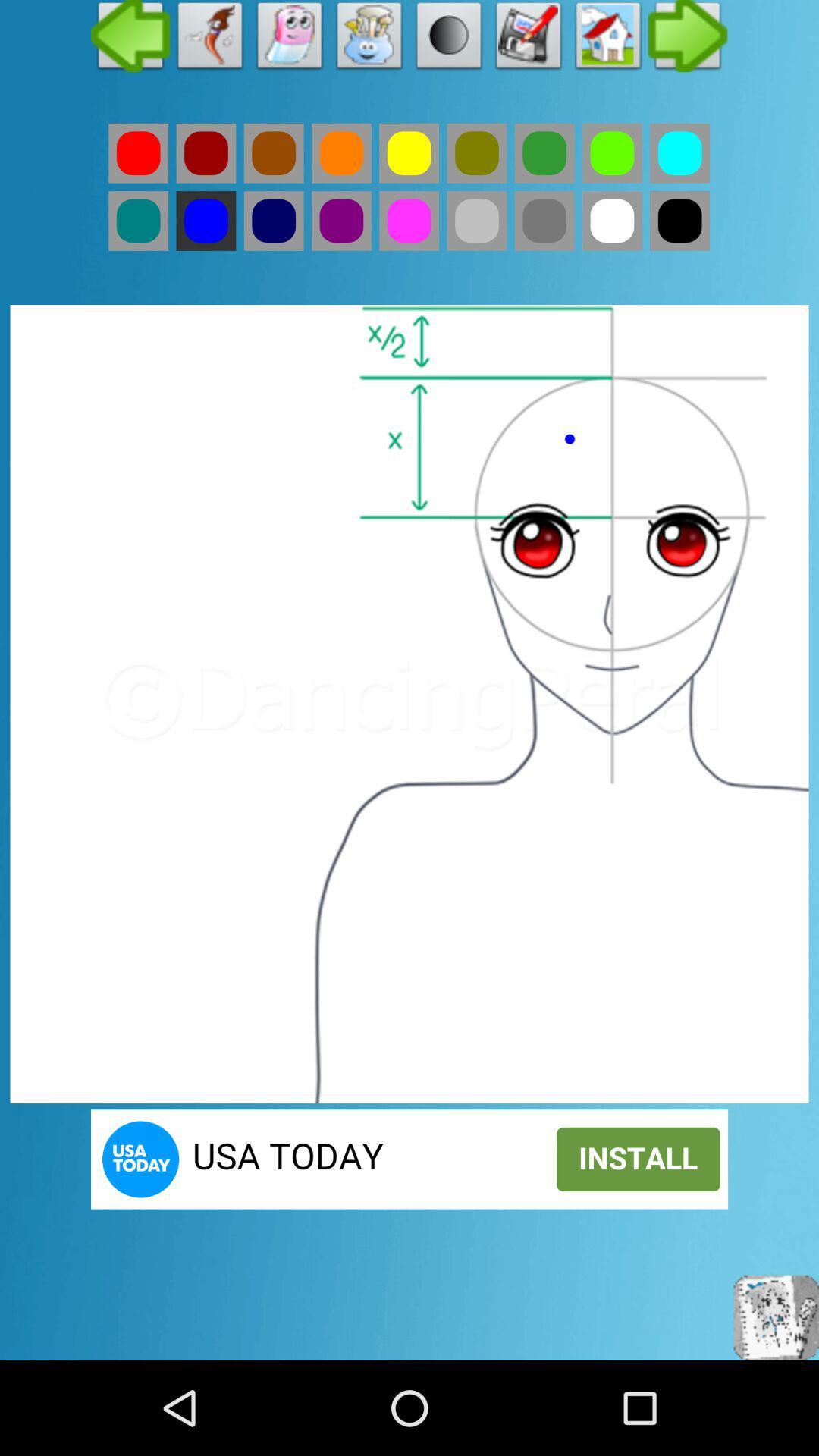  Describe the element at coordinates (138, 220) in the screenshot. I see `color choice` at that location.